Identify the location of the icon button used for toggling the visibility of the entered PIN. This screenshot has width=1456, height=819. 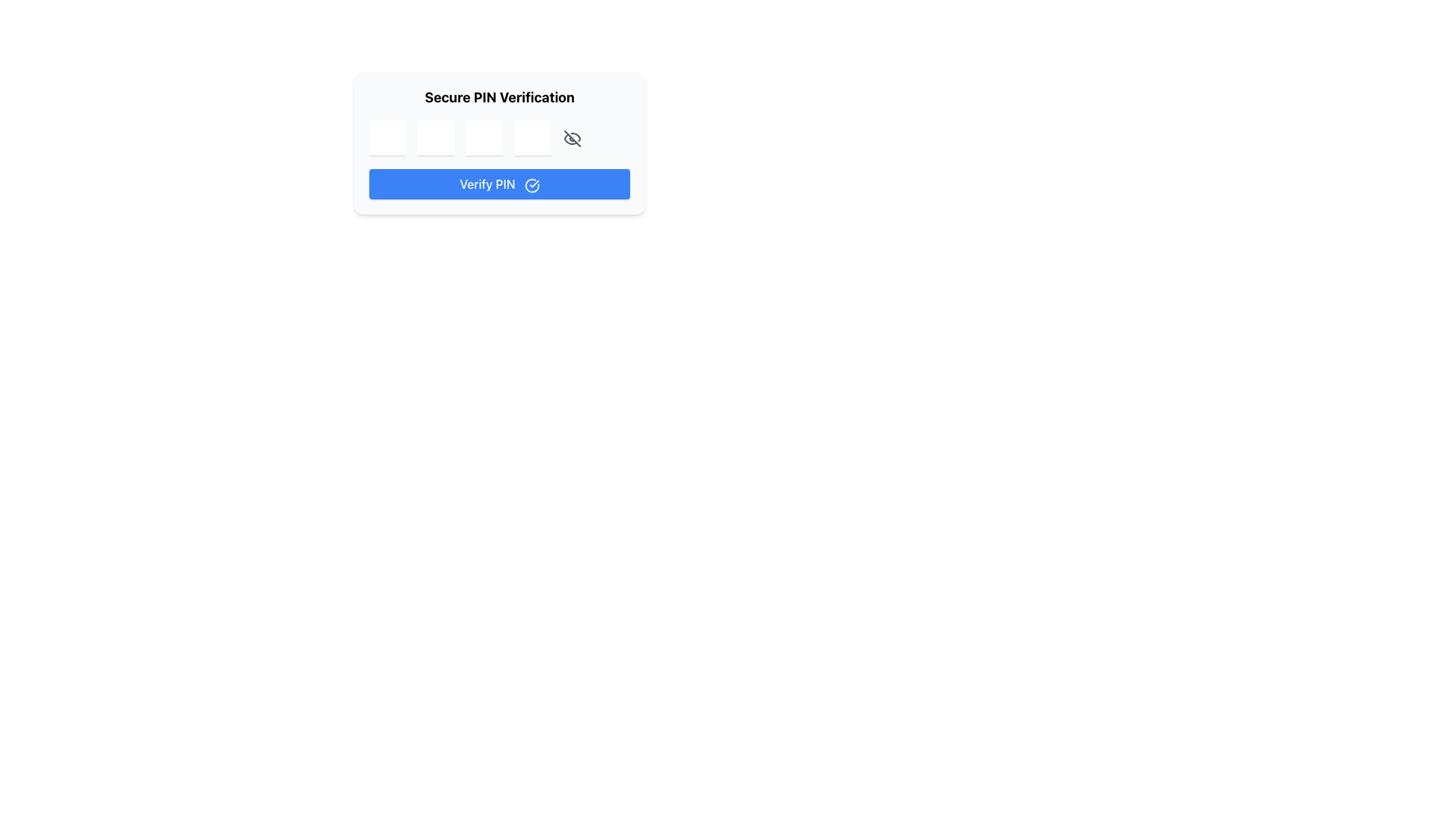
(571, 138).